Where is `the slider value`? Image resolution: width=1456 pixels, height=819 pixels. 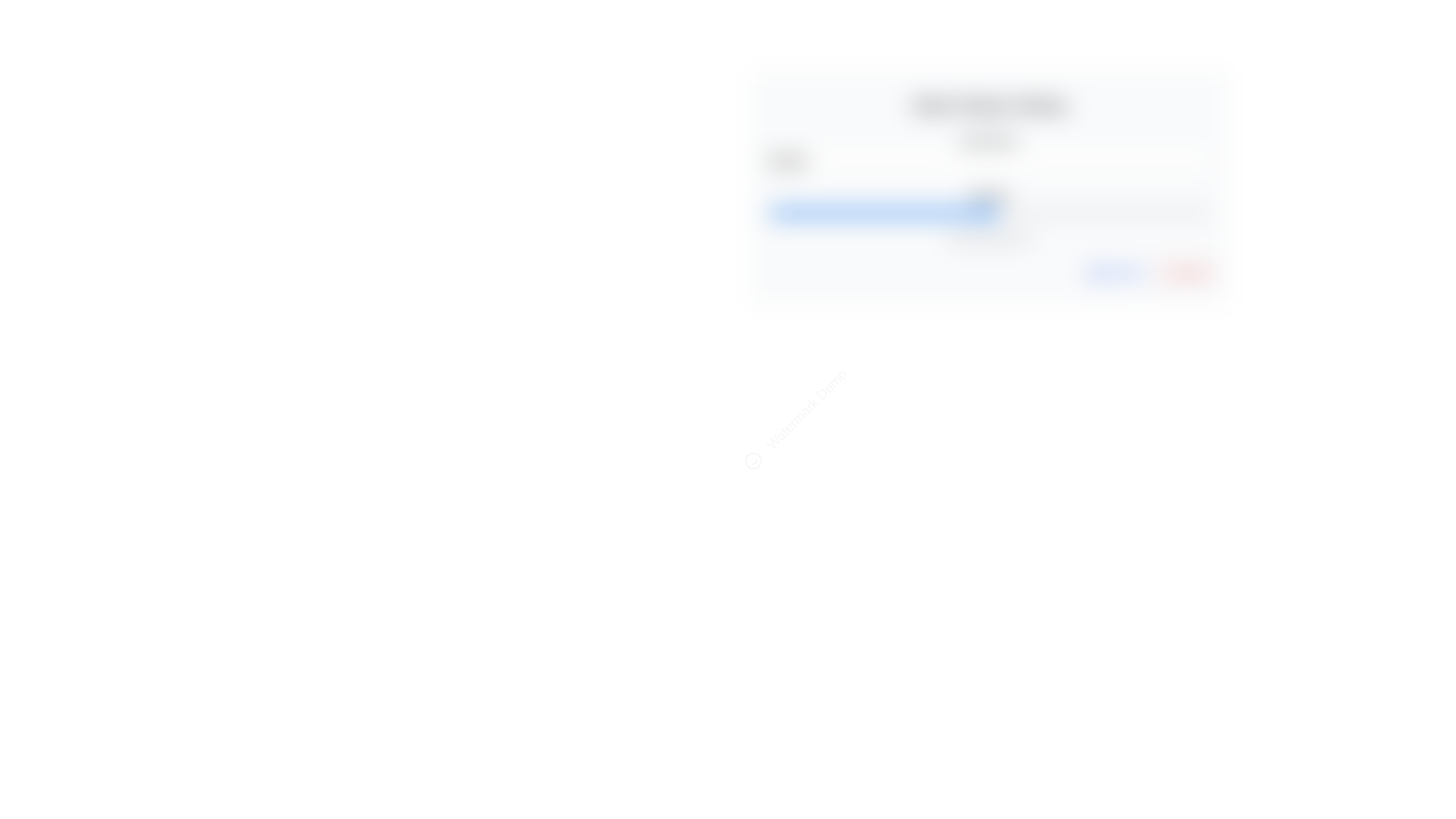
the slider value is located at coordinates (857, 213).